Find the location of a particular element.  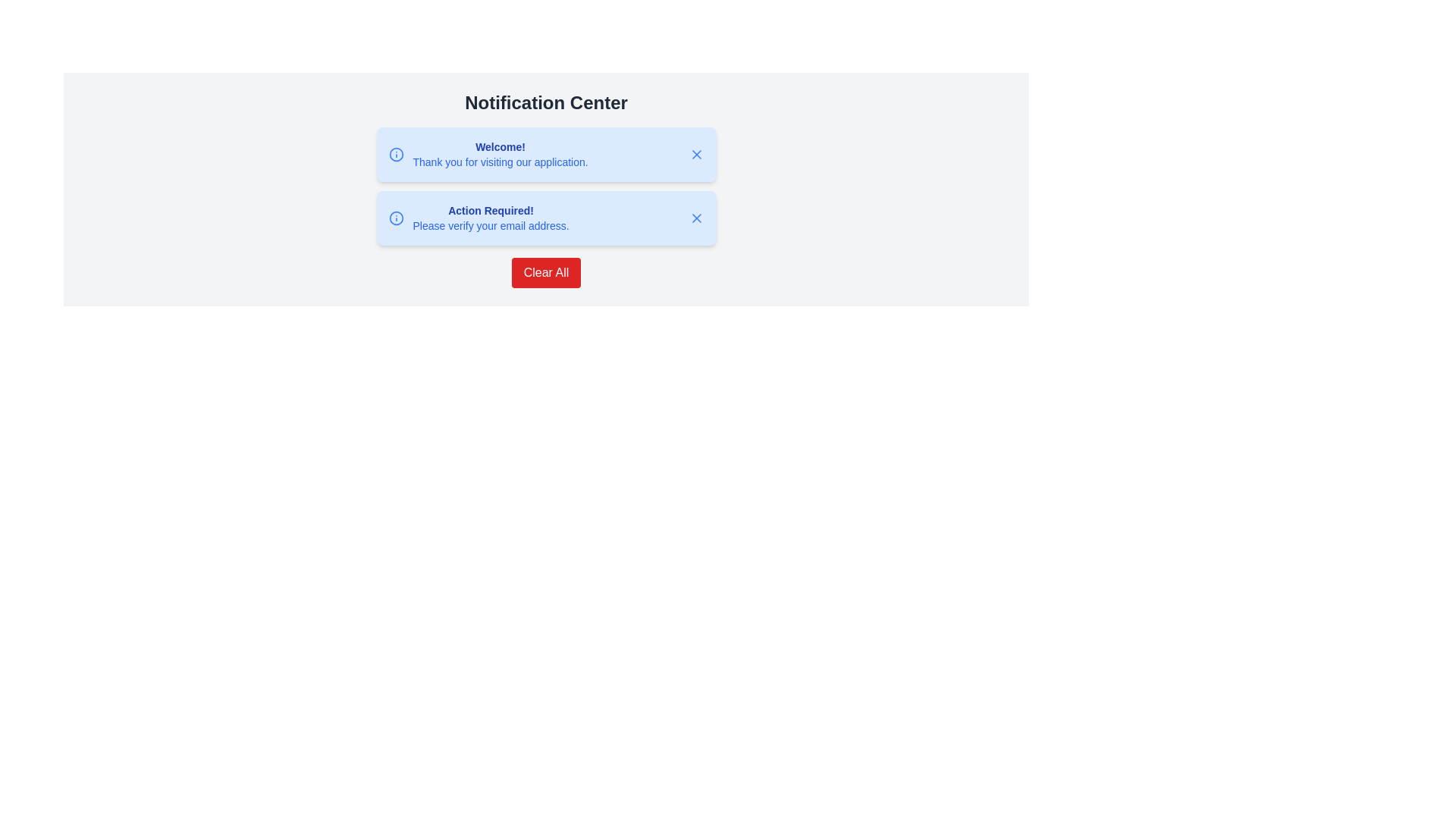

instruction displayed in the text label that says 'Please verify your email address.' which is styled in smaller blue font and positioned below the heading 'Action Required!' in the second notification card of the 'Notification Center' is located at coordinates (491, 225).